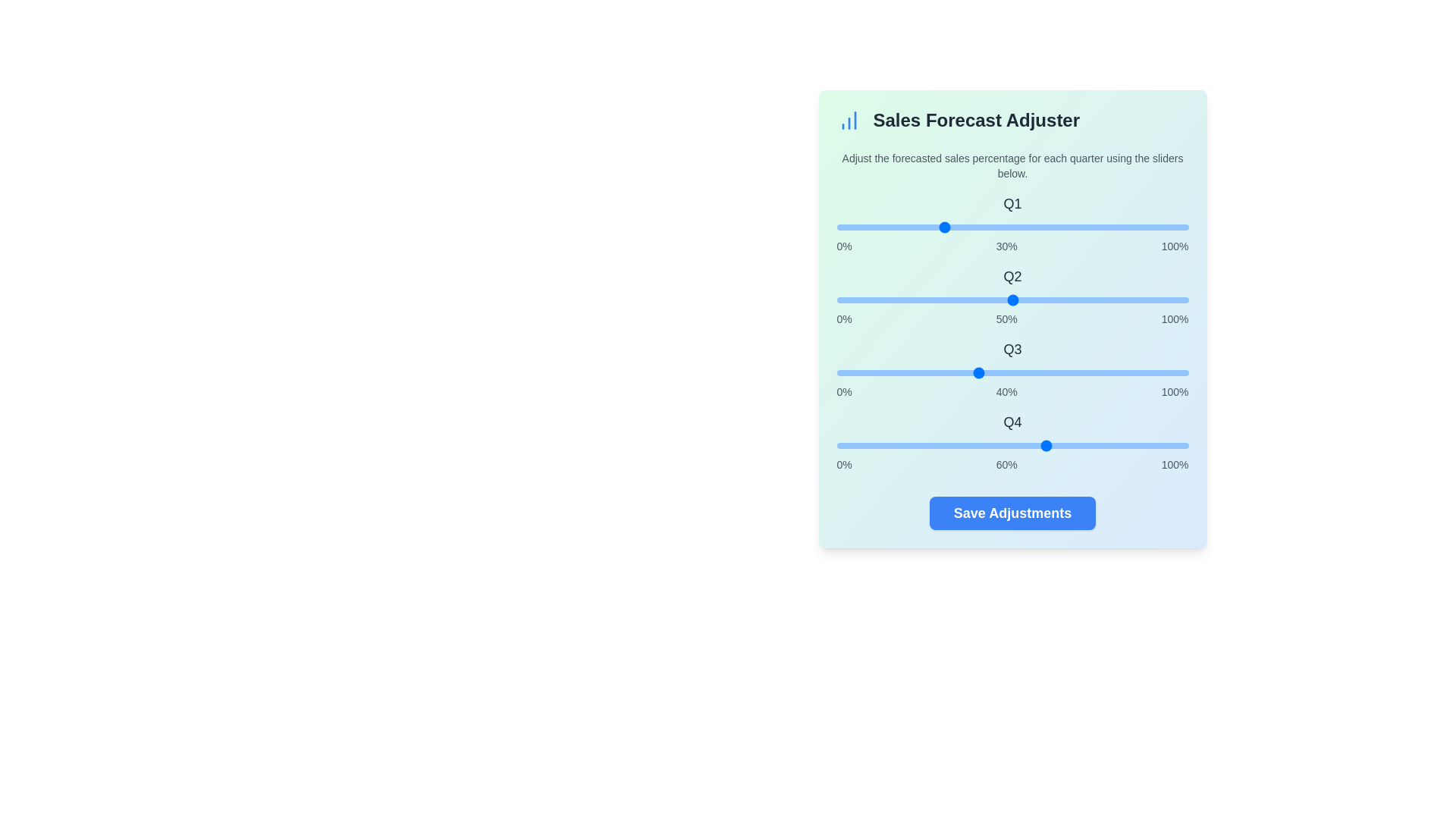 The height and width of the screenshot is (819, 1456). Describe the element at coordinates (1184, 300) in the screenshot. I see `the slider for Q2 to 99%` at that location.